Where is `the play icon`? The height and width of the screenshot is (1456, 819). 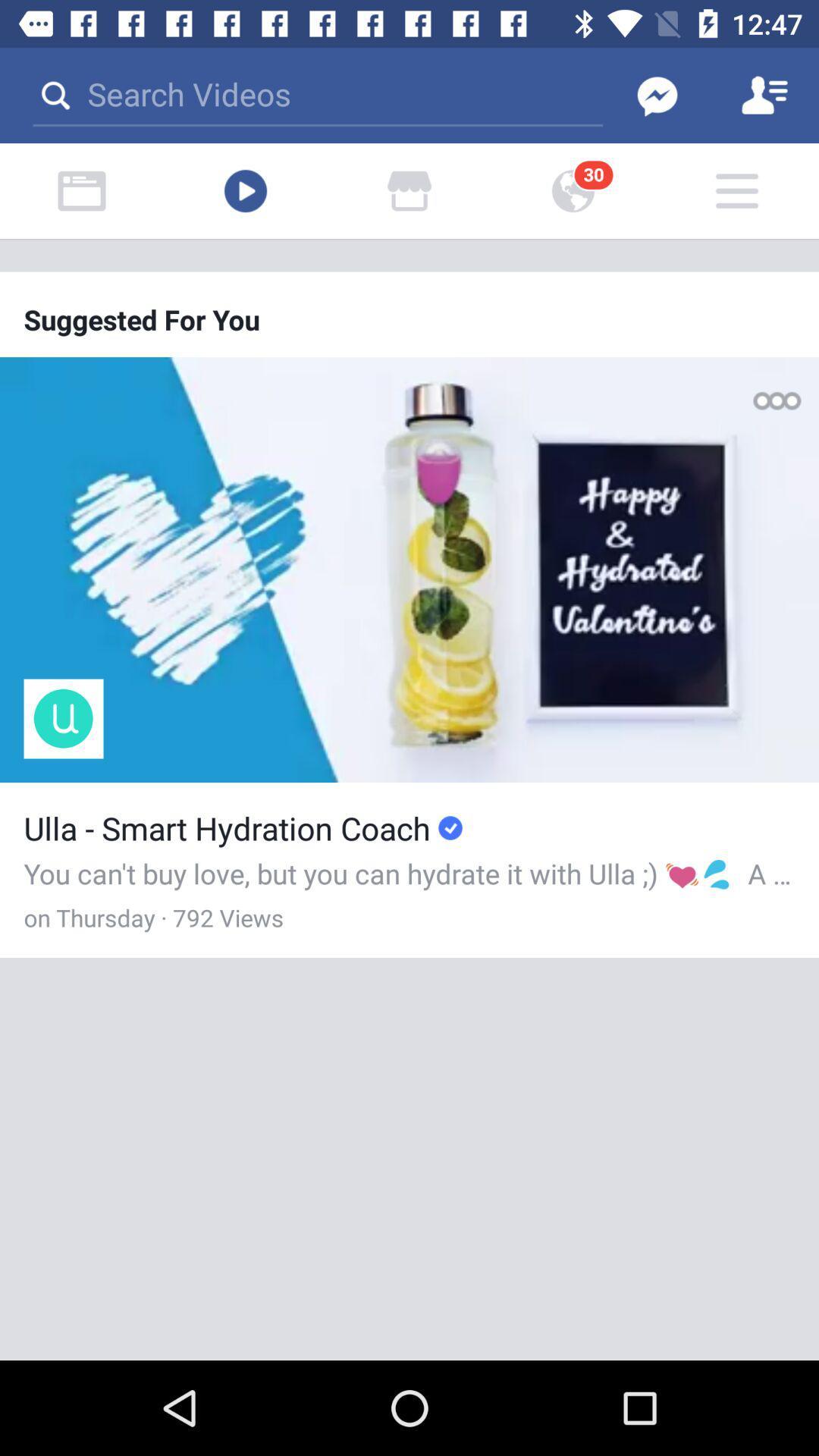
the play icon is located at coordinates (245, 190).